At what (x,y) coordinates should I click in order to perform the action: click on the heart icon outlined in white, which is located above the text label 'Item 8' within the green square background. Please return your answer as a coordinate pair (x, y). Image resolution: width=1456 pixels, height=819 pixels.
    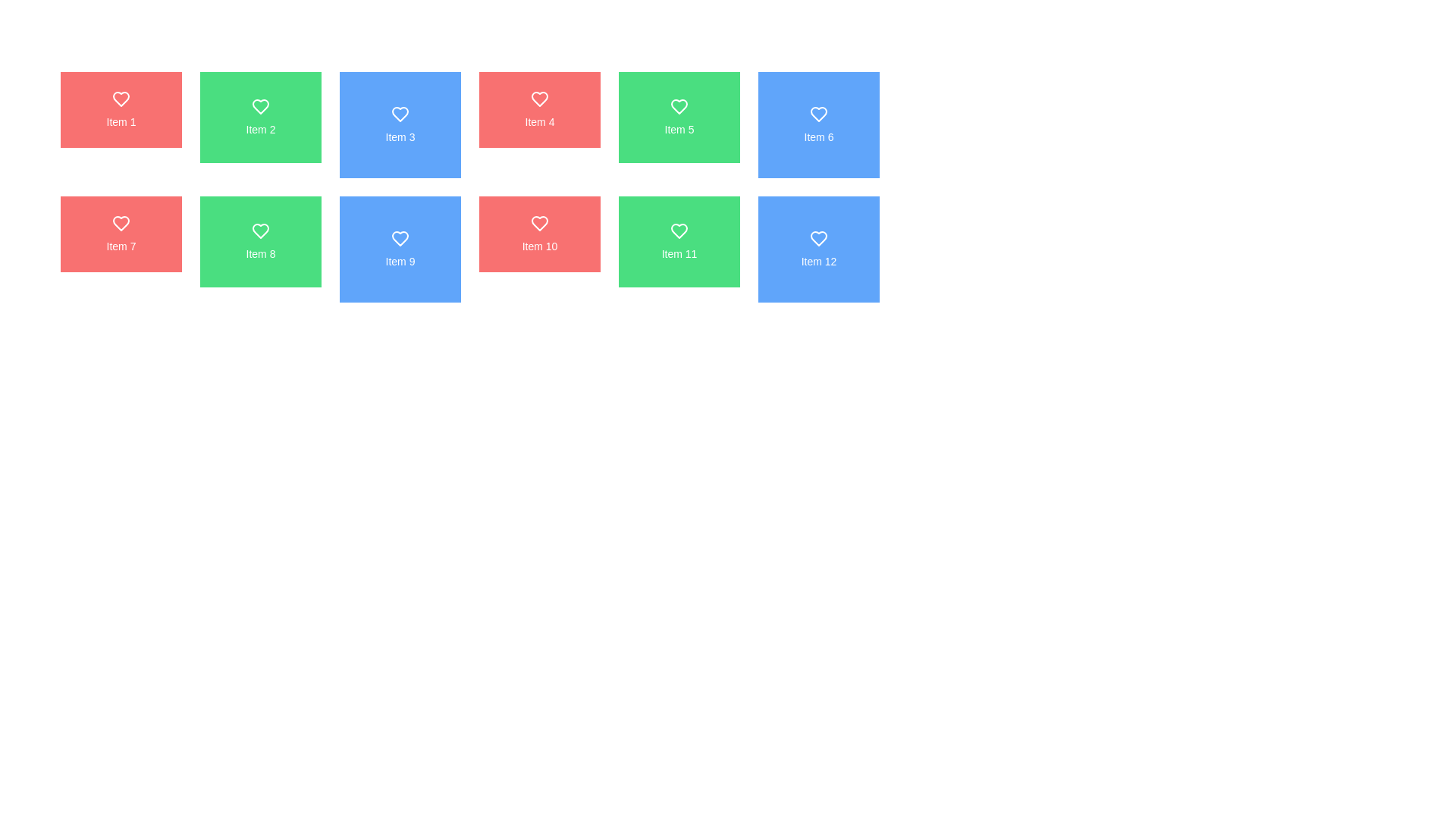
    Looking at the image, I should click on (261, 231).